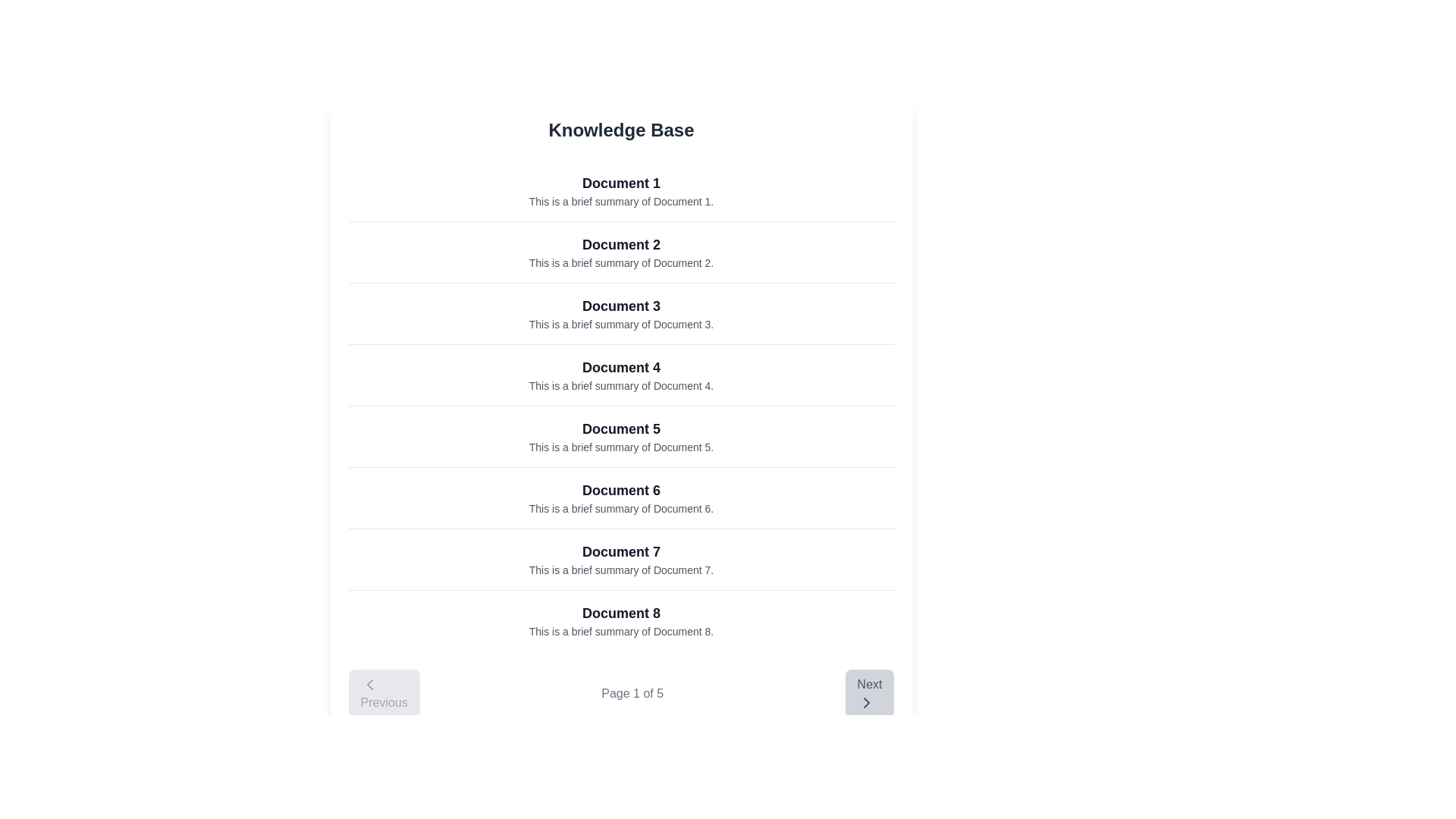 The image size is (1456, 819). What do you see at coordinates (621, 385) in the screenshot?
I see `the text label that reads 'This is a brief summary of Document 4.', which is located directly below the 'Document 4' heading` at bounding box center [621, 385].